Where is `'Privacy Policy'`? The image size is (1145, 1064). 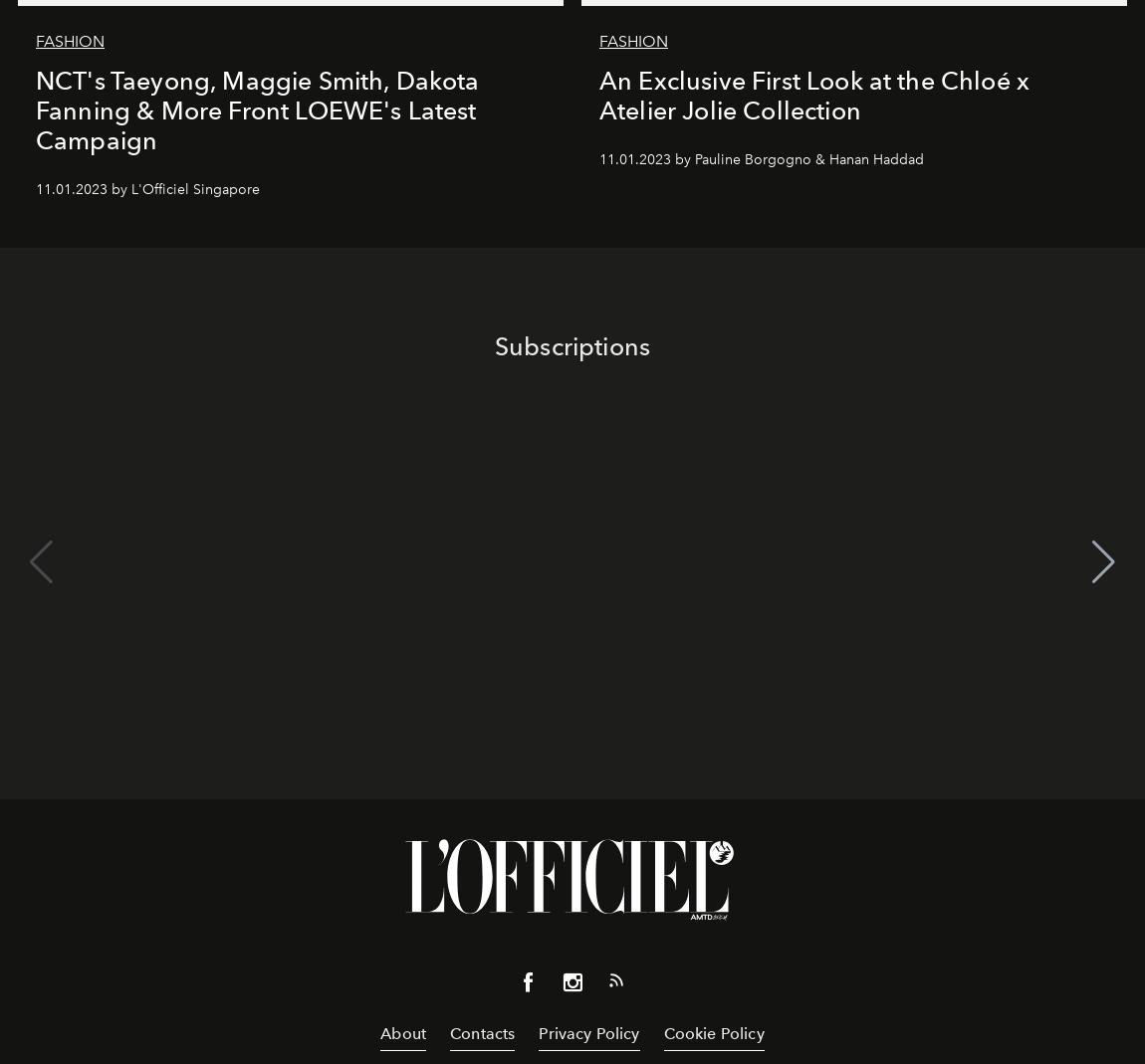 'Privacy Policy' is located at coordinates (538, 1033).